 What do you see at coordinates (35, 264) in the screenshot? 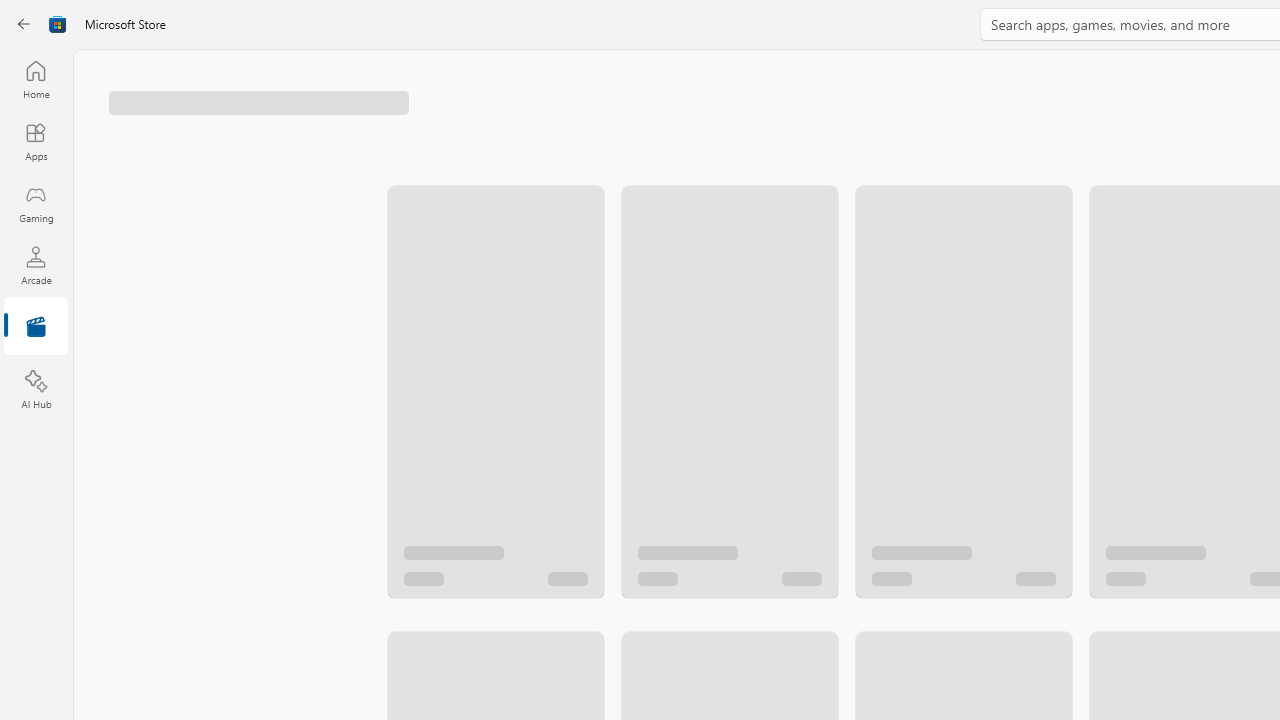
I see `'Arcade'` at bounding box center [35, 264].